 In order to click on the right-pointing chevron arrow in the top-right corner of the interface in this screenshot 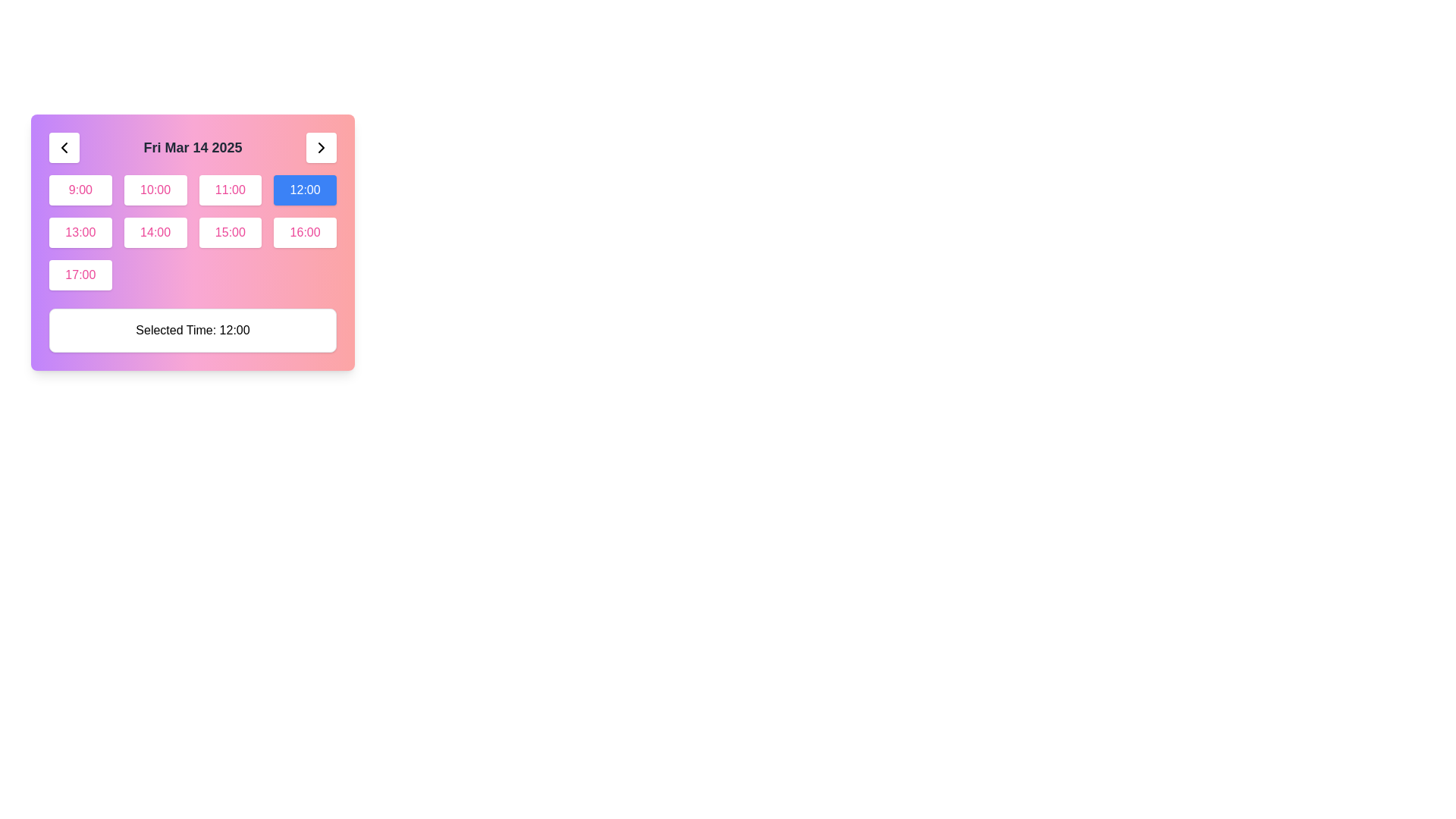, I will do `click(320, 148)`.